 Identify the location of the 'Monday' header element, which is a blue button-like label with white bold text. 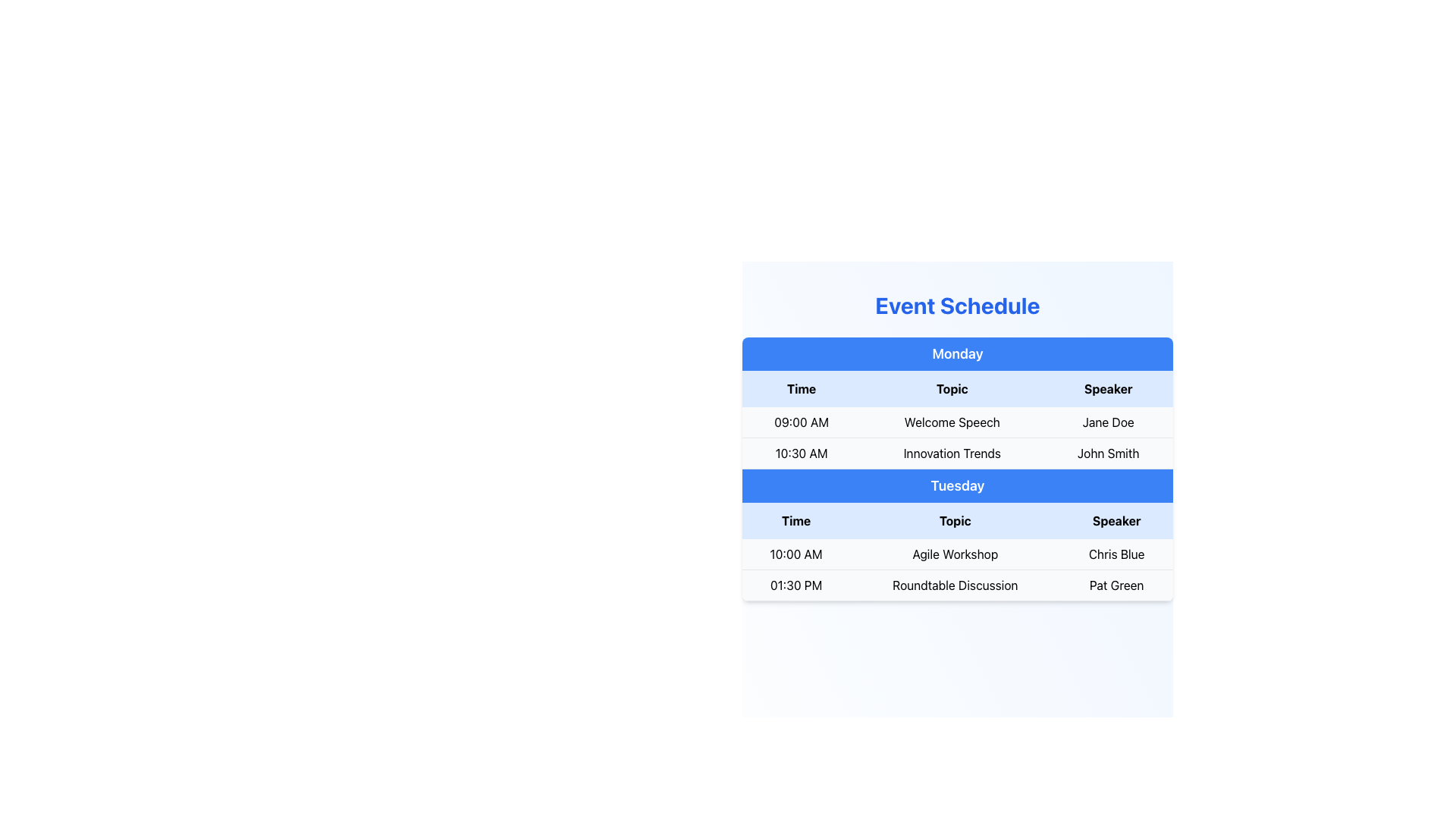
(956, 353).